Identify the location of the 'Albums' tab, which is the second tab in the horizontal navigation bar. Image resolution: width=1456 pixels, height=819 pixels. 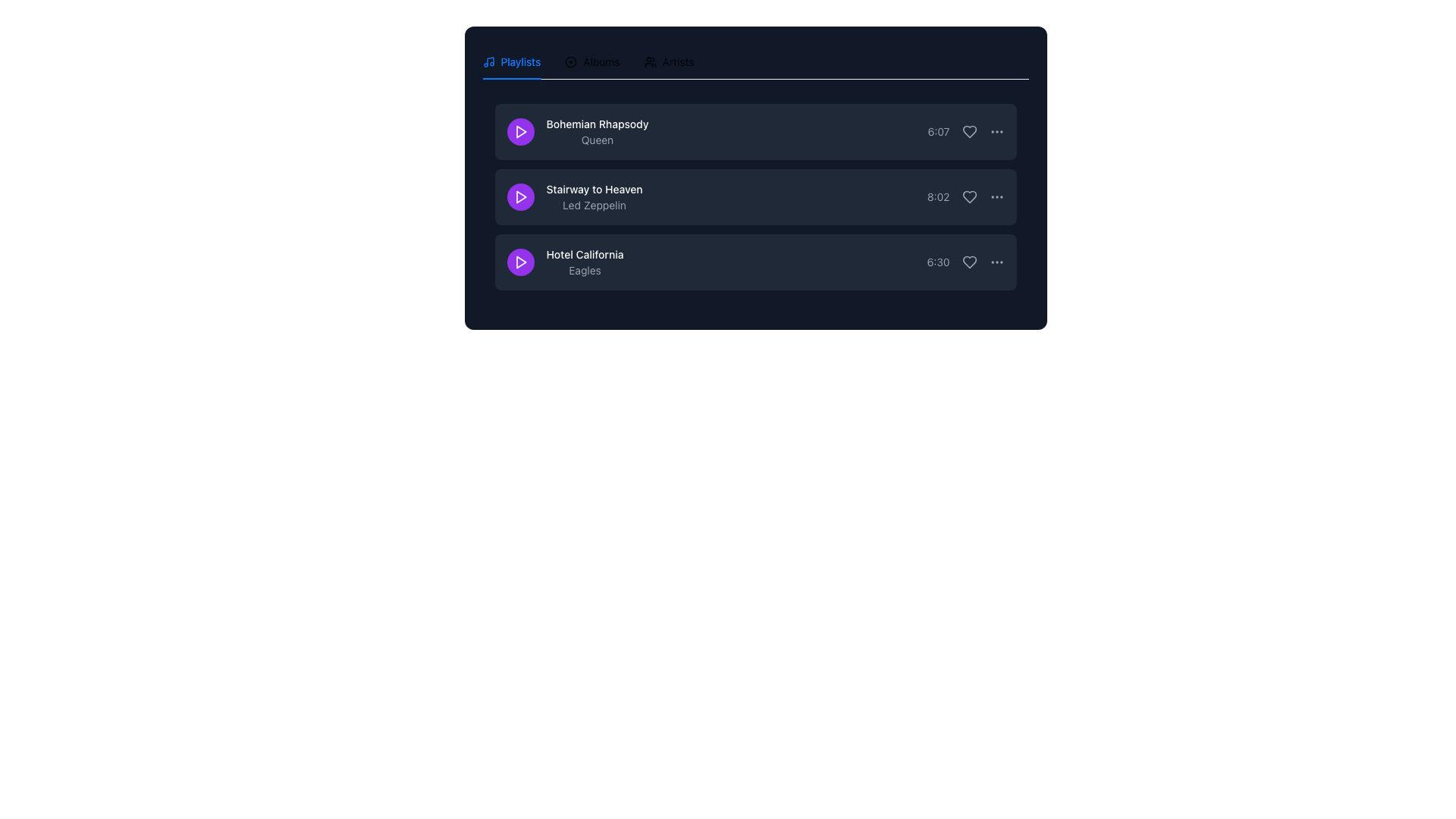
(591, 61).